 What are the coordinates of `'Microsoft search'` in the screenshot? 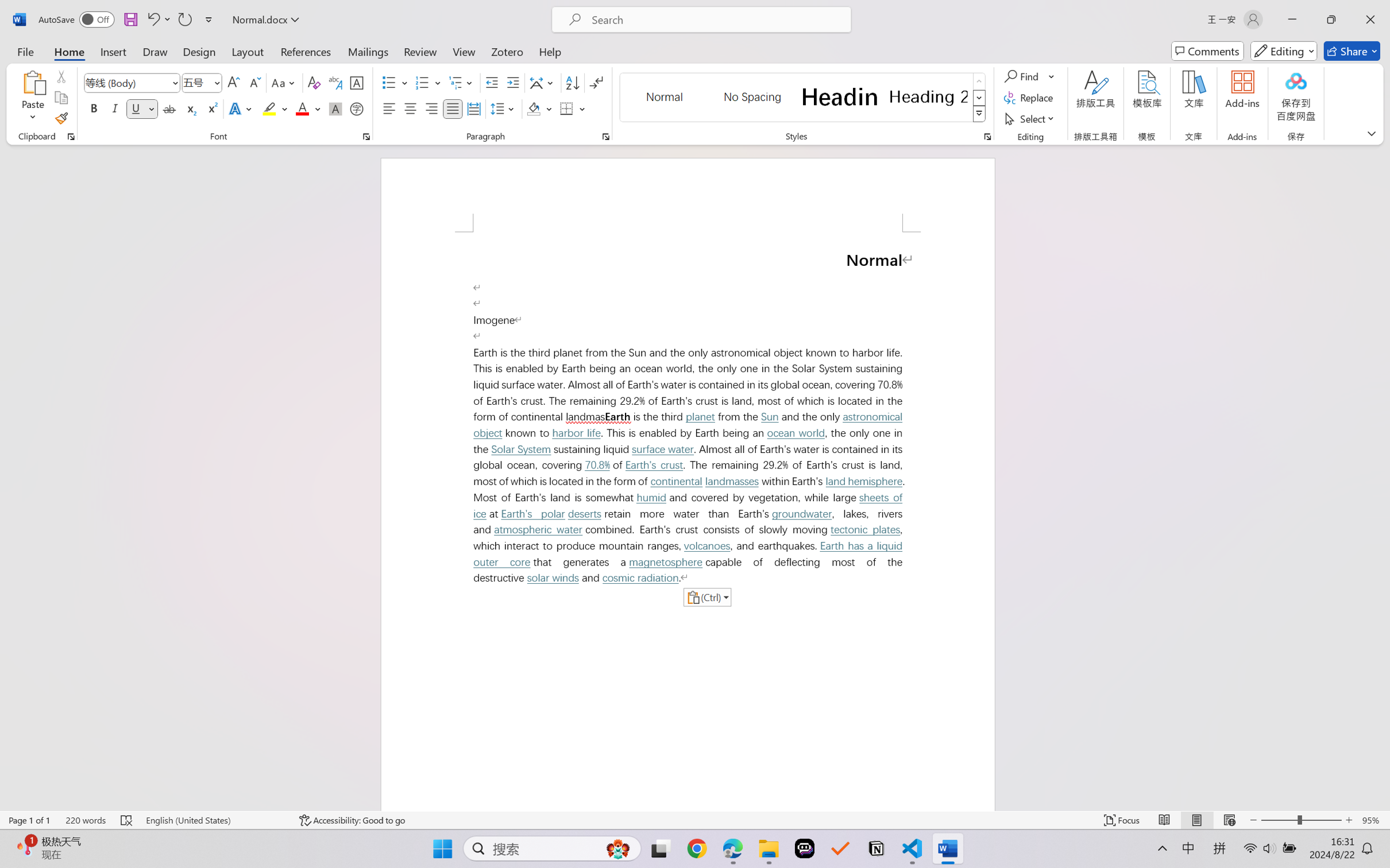 It's located at (716, 19).